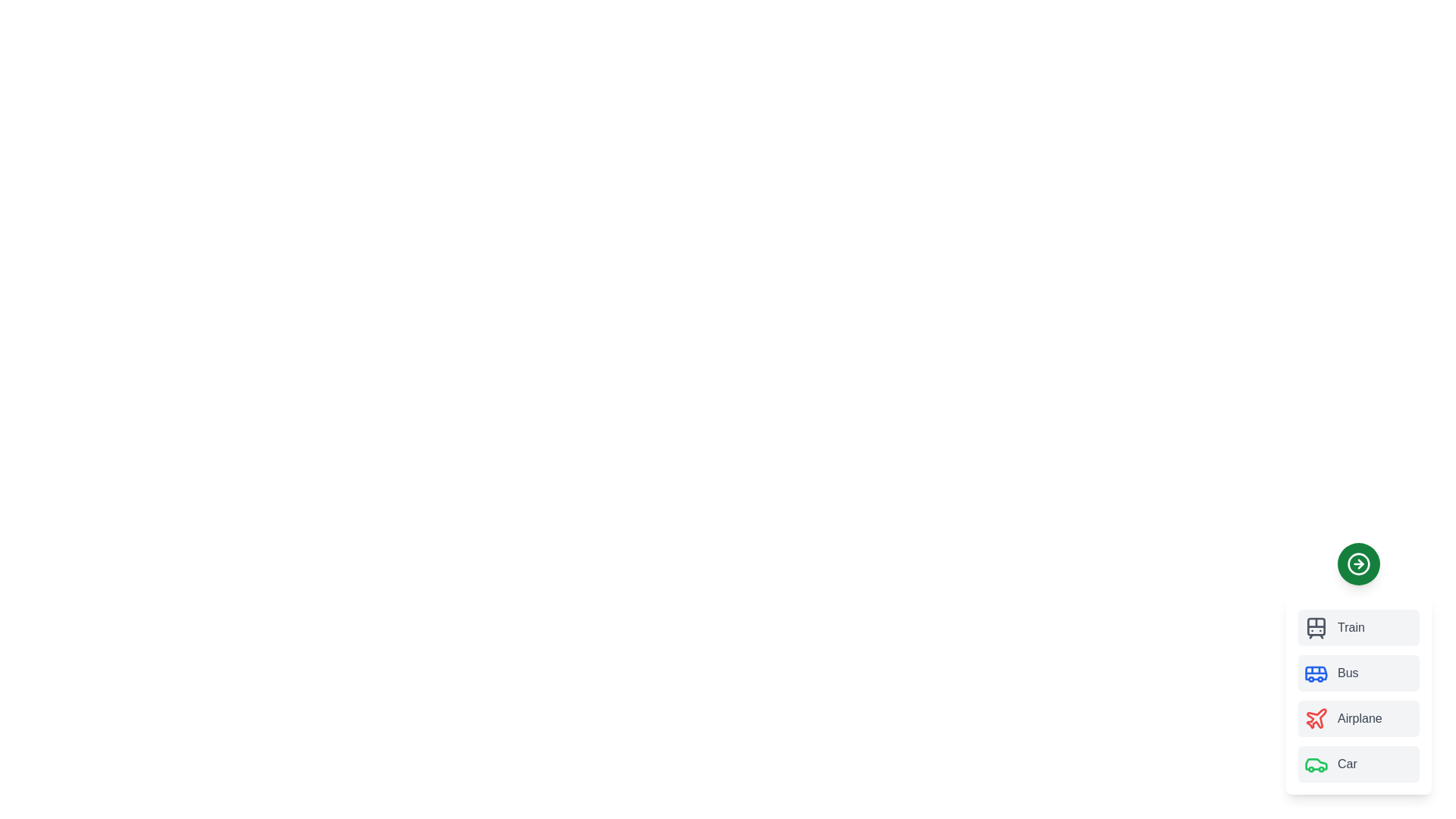 This screenshot has height=819, width=1456. What do you see at coordinates (1358, 672) in the screenshot?
I see `the transport mode Bus by clicking on its corresponding item in the list` at bounding box center [1358, 672].